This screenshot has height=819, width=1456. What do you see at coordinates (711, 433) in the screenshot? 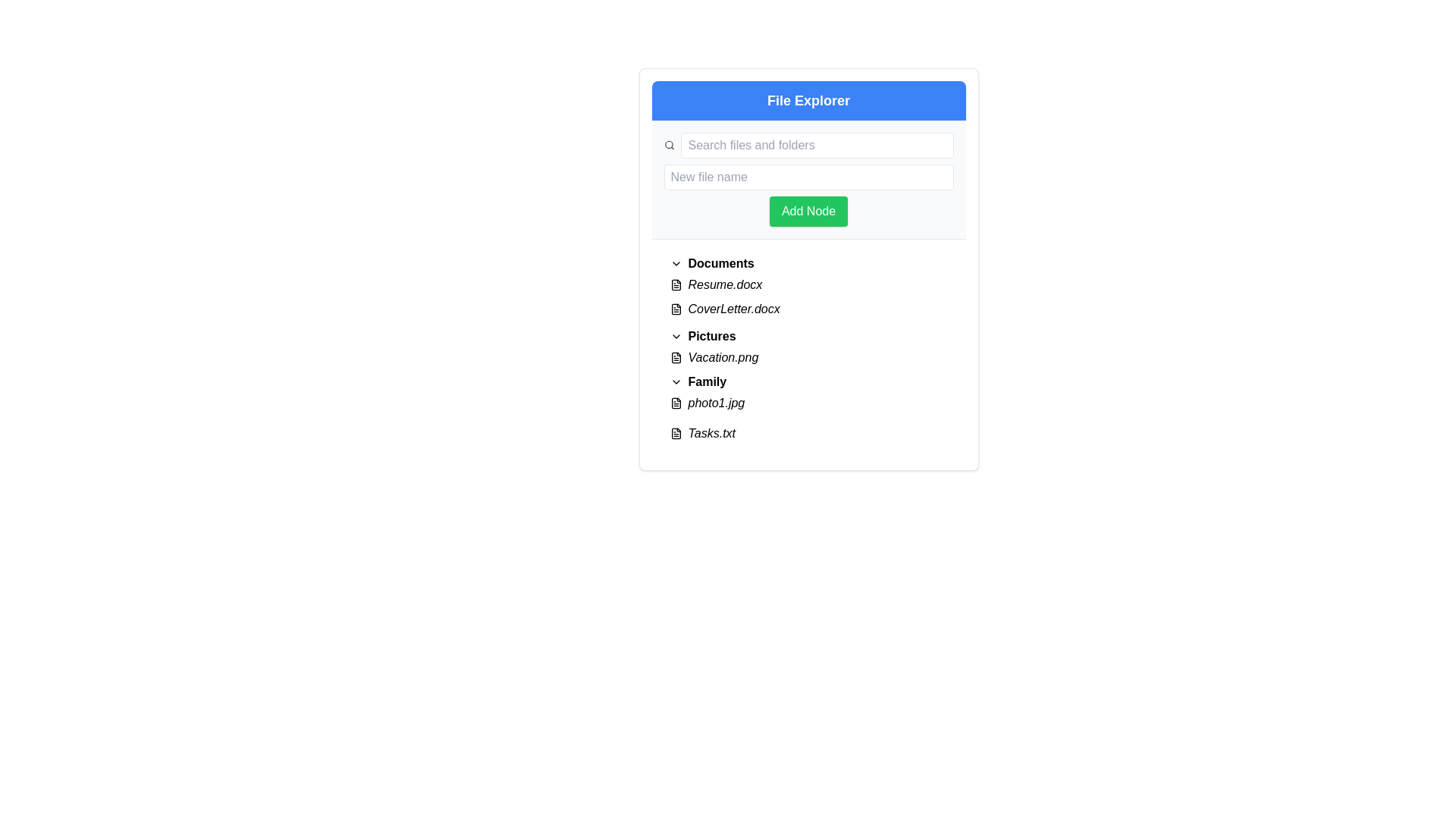
I see `the italicized text label displaying the filename 'Tasks.txt', located at the bottom of the file list section under the header 'Family'` at bounding box center [711, 433].